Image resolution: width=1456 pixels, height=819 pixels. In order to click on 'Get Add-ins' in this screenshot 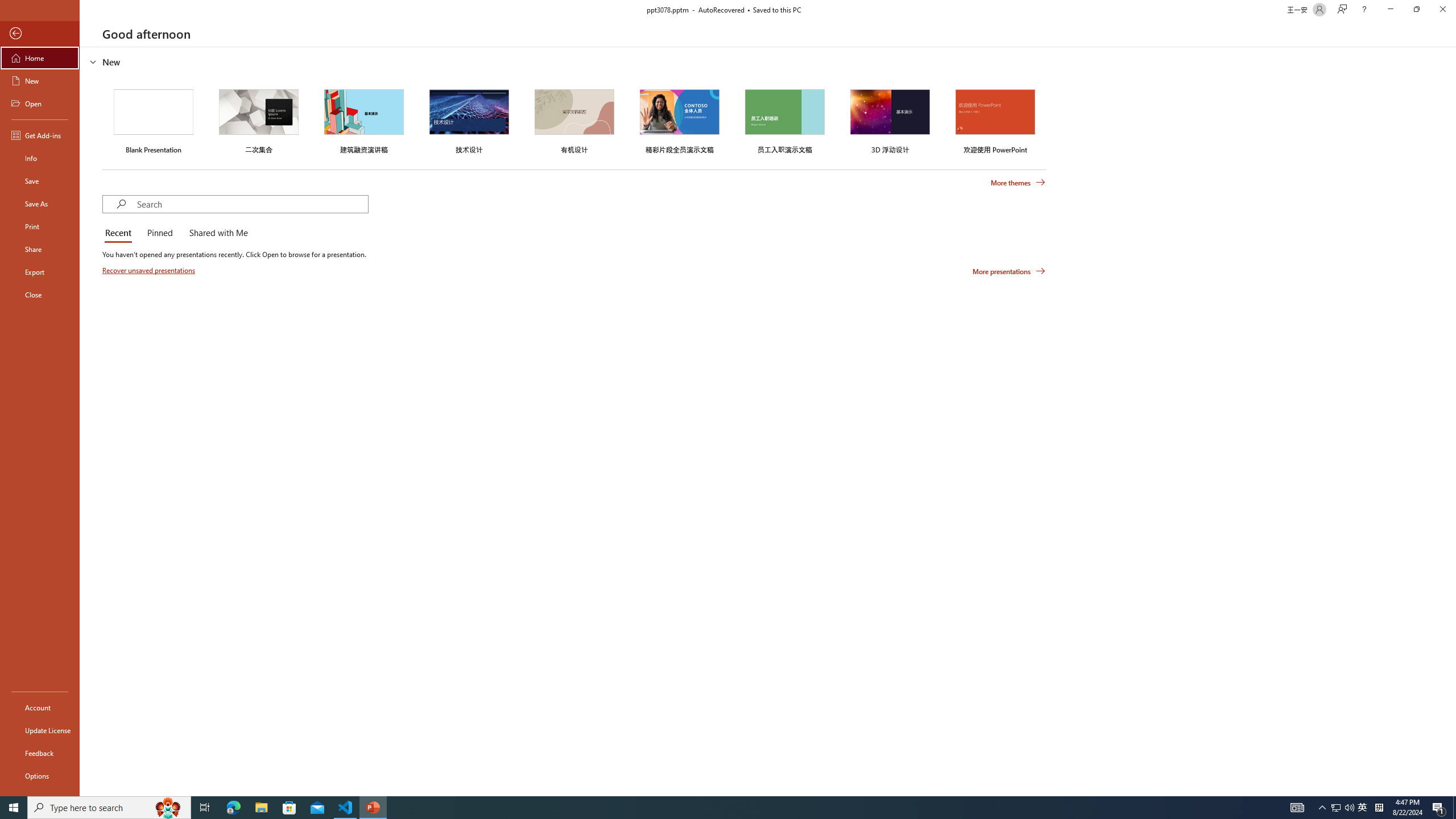, I will do `click(39, 135)`.